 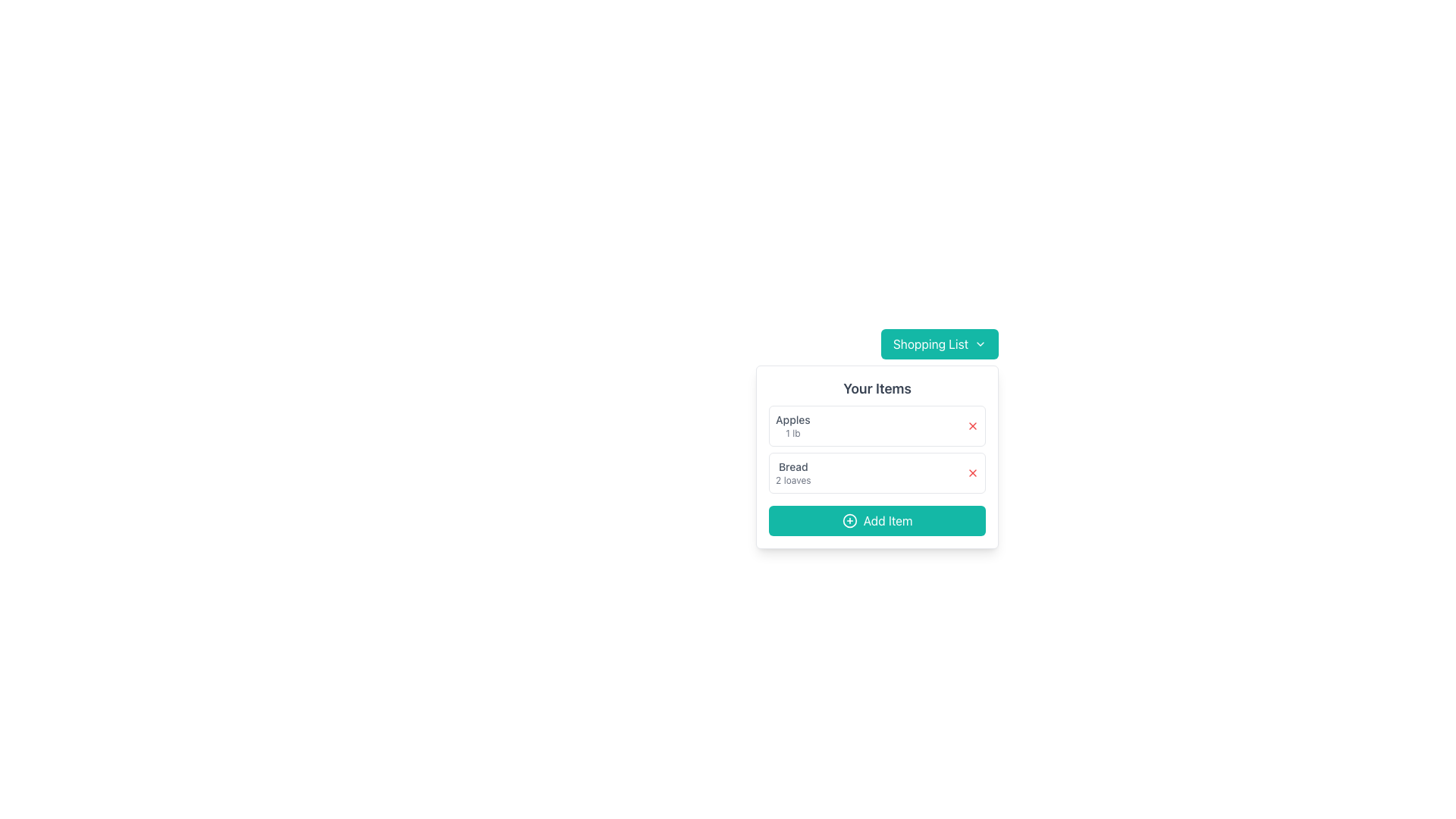 I want to click on the small red 'X' button on the far right side of the 'Bread 2 loaves' row in the shopping list interface to trigger its hover state, so click(x=973, y=472).